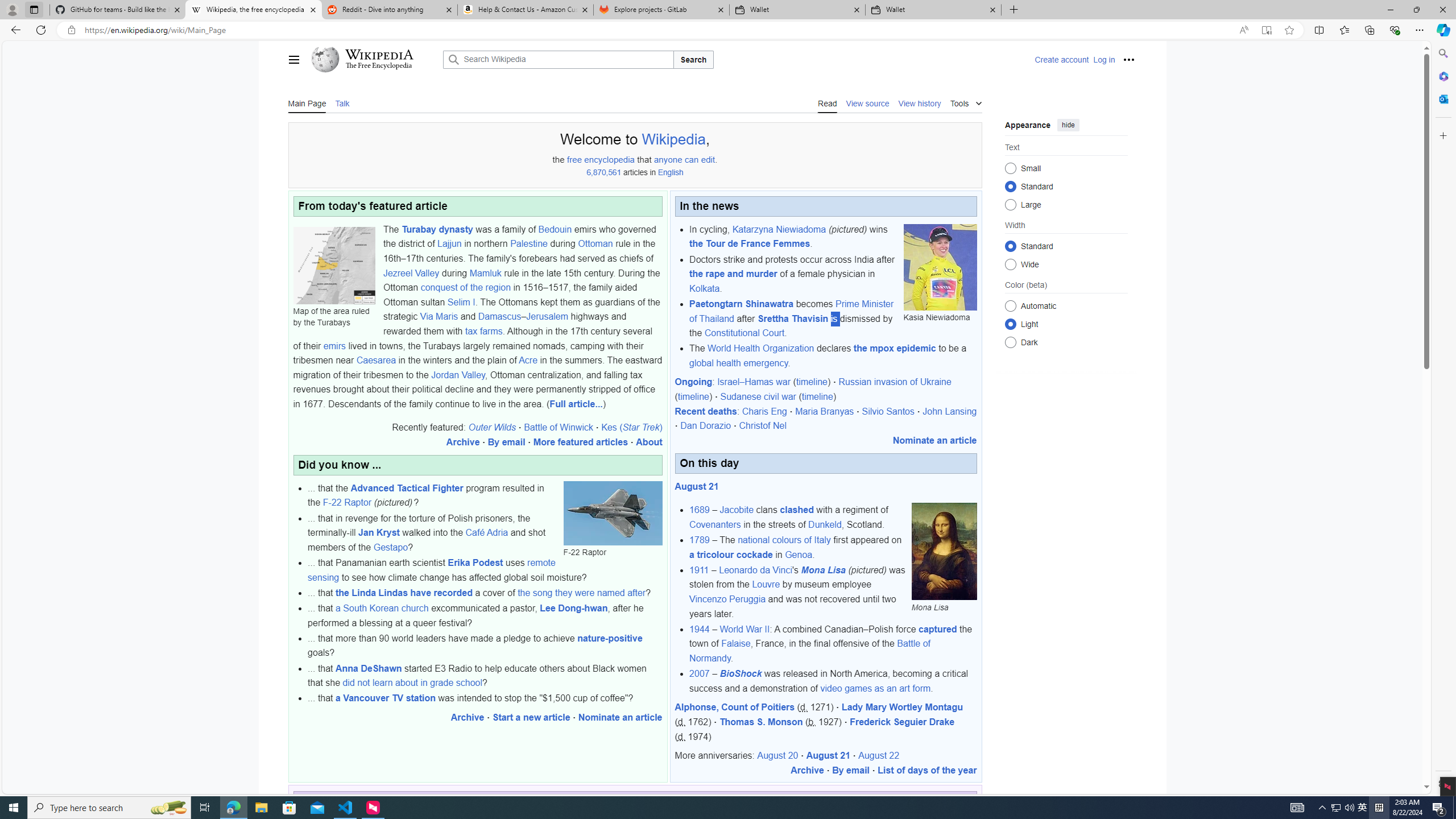  Describe the element at coordinates (649, 442) in the screenshot. I see `'About'` at that location.